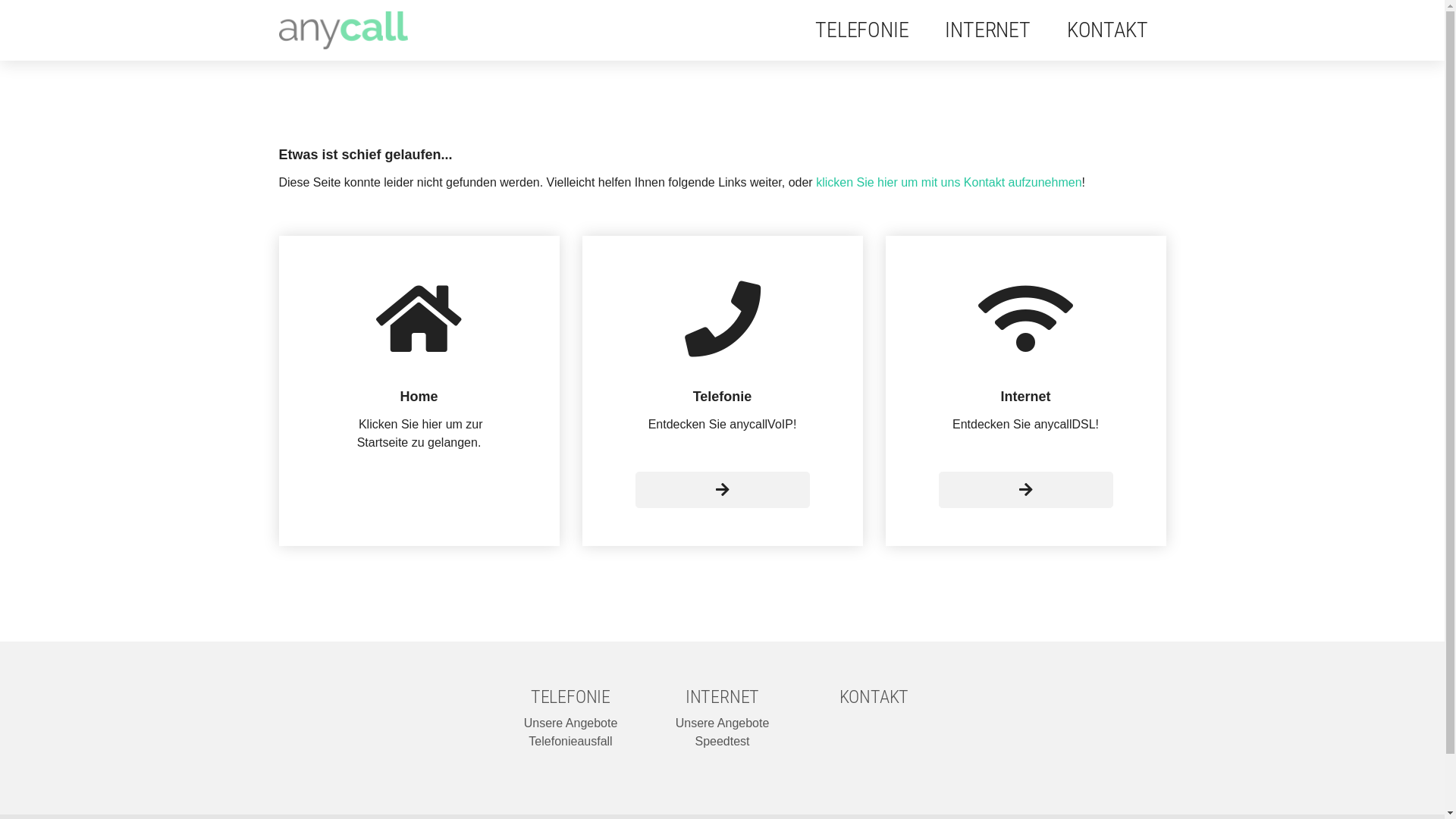  Describe the element at coordinates (874, 696) in the screenshot. I see `'KONTAKT'` at that location.